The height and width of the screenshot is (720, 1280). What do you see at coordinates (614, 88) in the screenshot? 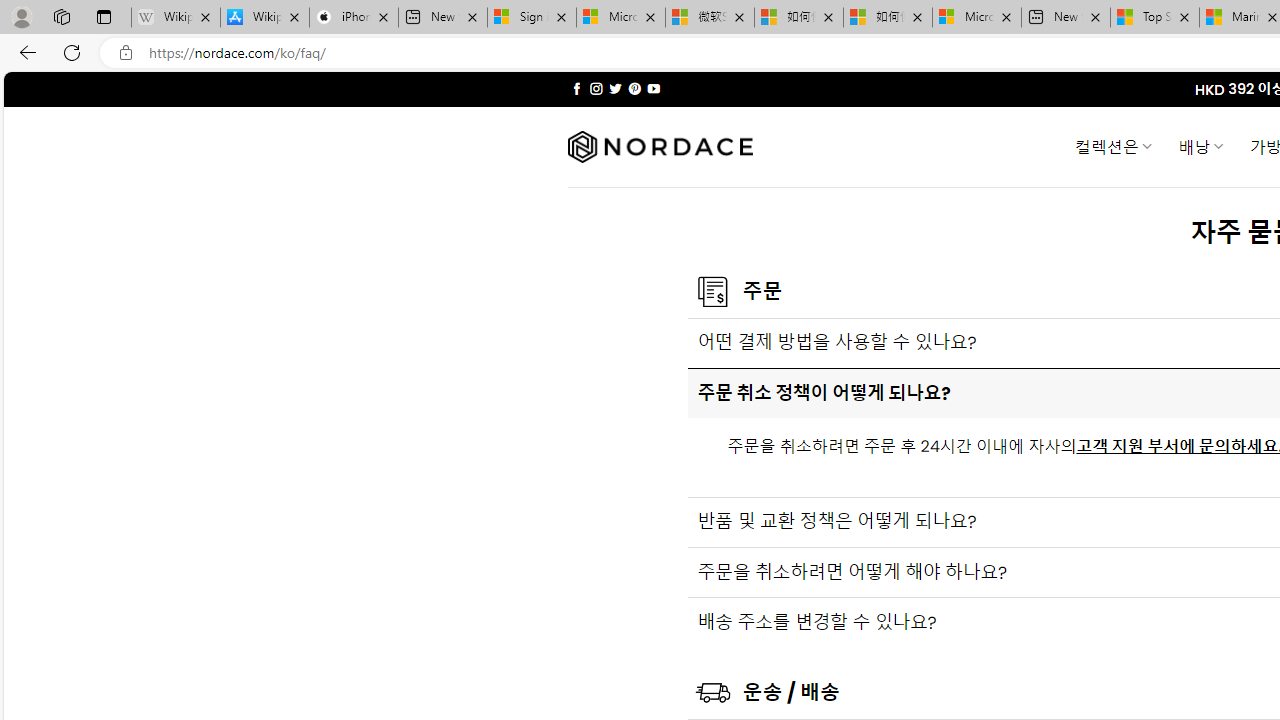
I see `'Follow on Twitter'` at bounding box center [614, 88].